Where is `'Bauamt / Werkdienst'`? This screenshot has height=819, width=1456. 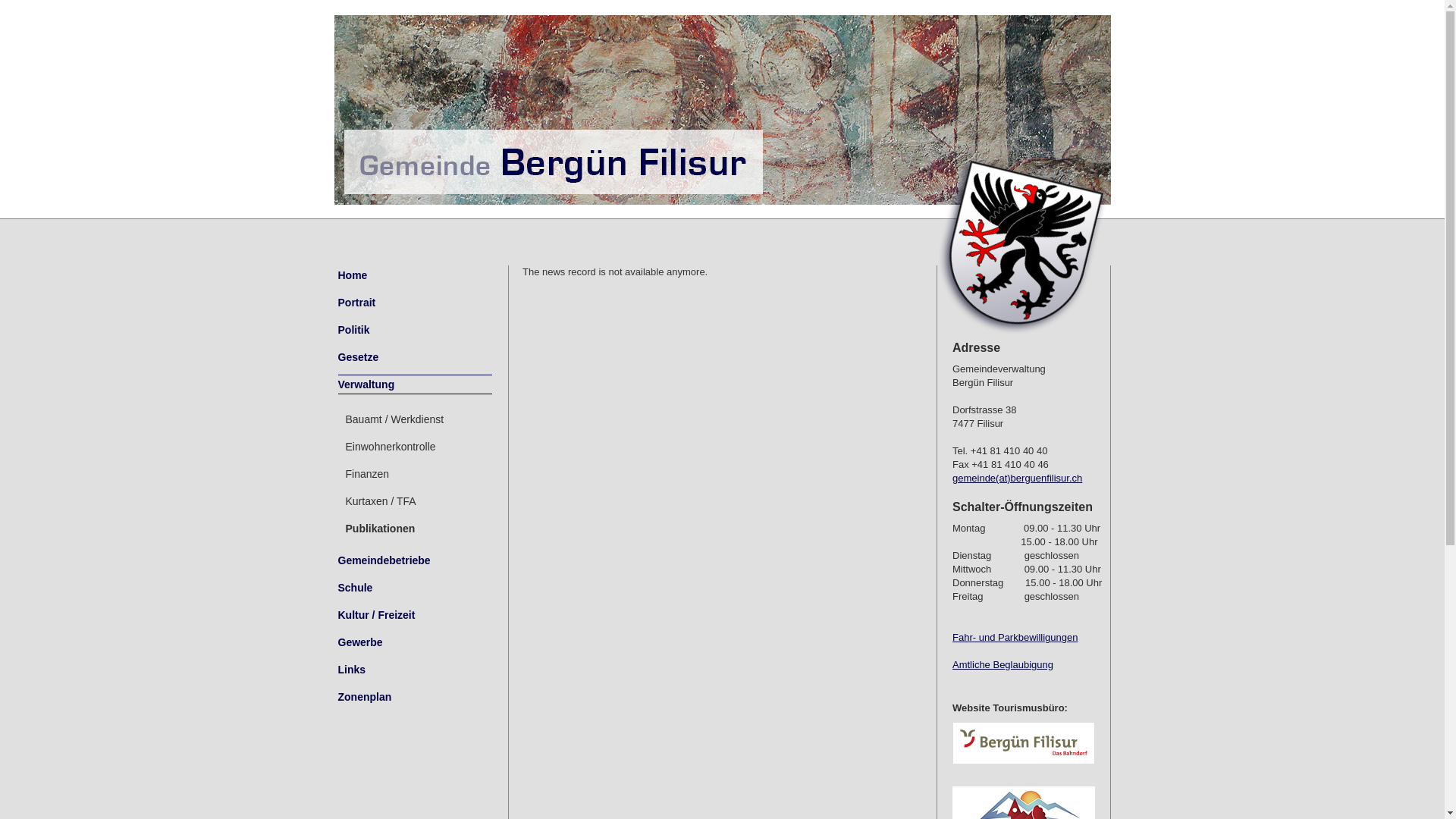 'Bauamt / Werkdienst' is located at coordinates (415, 419).